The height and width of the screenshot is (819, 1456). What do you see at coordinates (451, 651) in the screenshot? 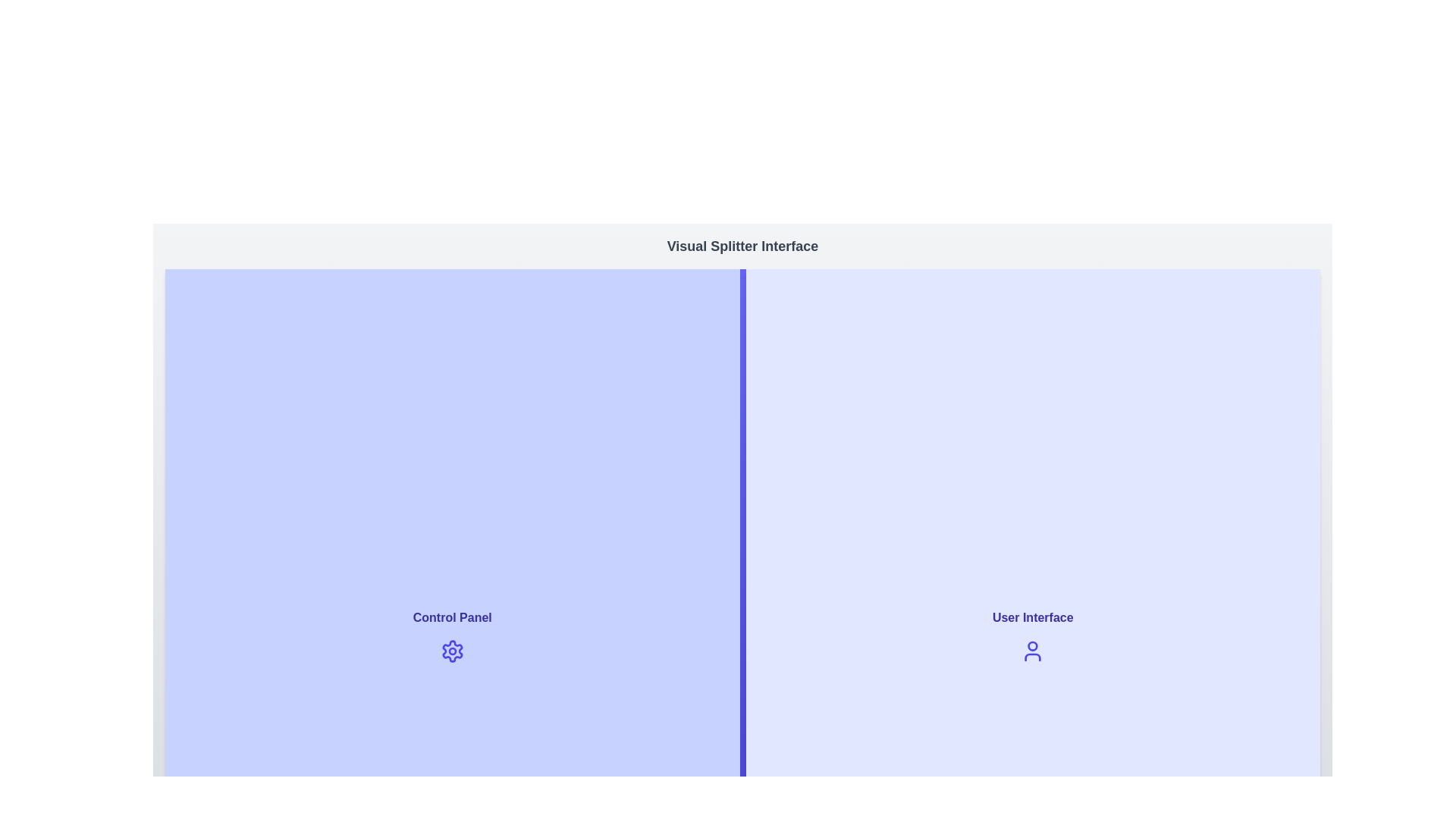
I see `the settings icon located centrally below the 'Control Panel' text in the Control Panel section` at bounding box center [451, 651].